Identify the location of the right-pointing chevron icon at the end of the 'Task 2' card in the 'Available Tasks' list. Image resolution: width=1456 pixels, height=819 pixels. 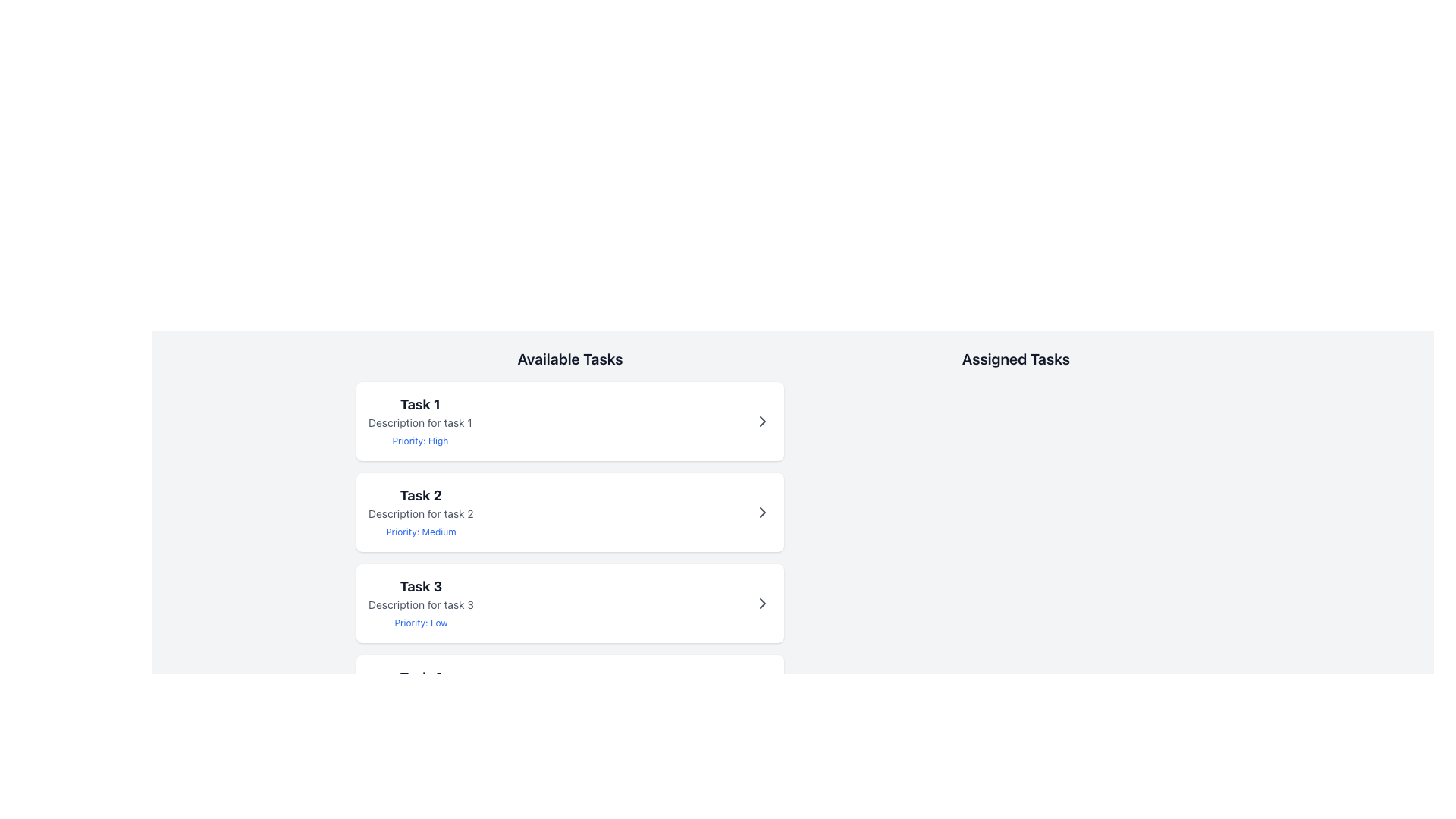
(763, 512).